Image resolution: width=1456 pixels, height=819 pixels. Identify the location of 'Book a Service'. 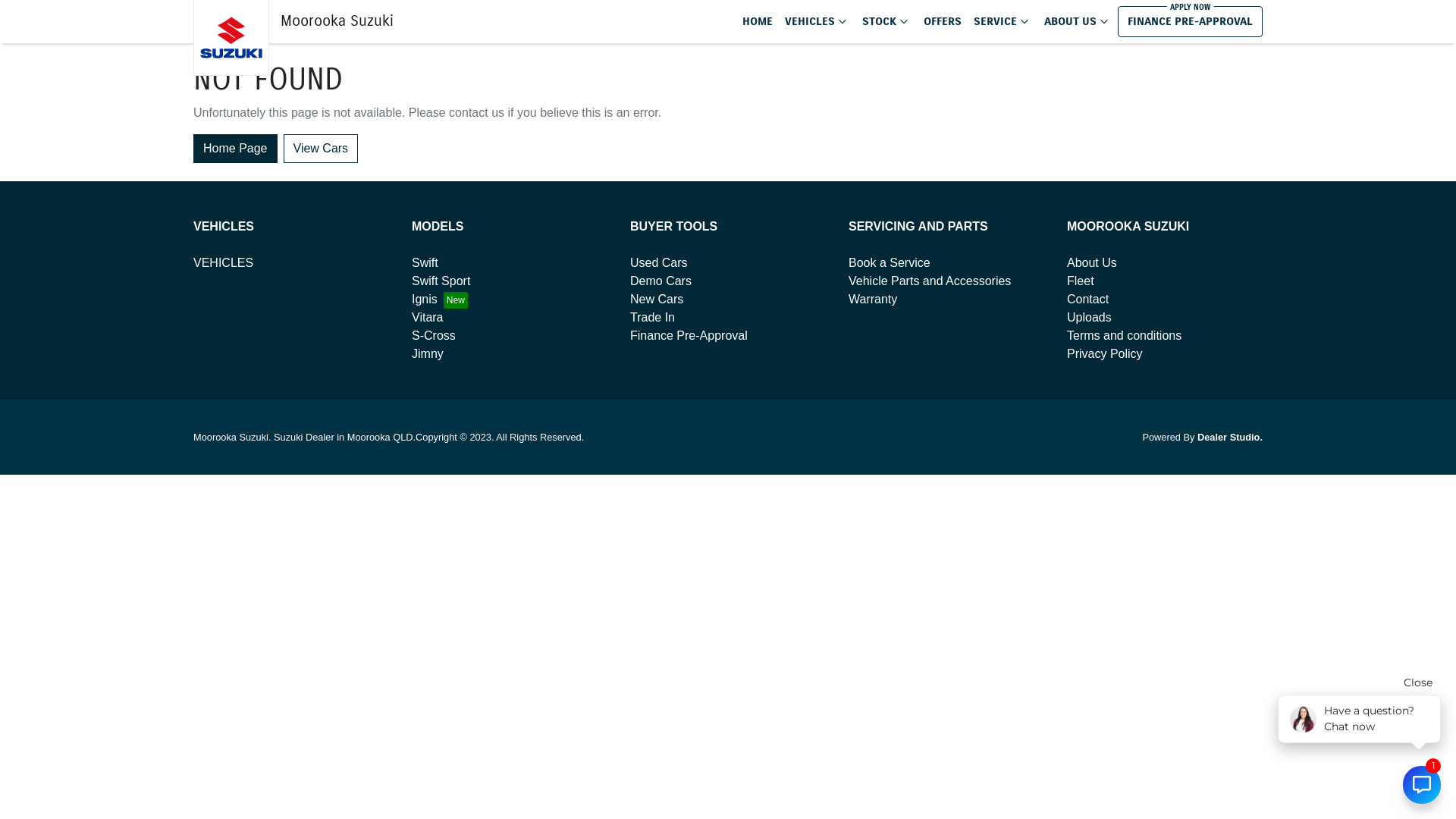
(847, 262).